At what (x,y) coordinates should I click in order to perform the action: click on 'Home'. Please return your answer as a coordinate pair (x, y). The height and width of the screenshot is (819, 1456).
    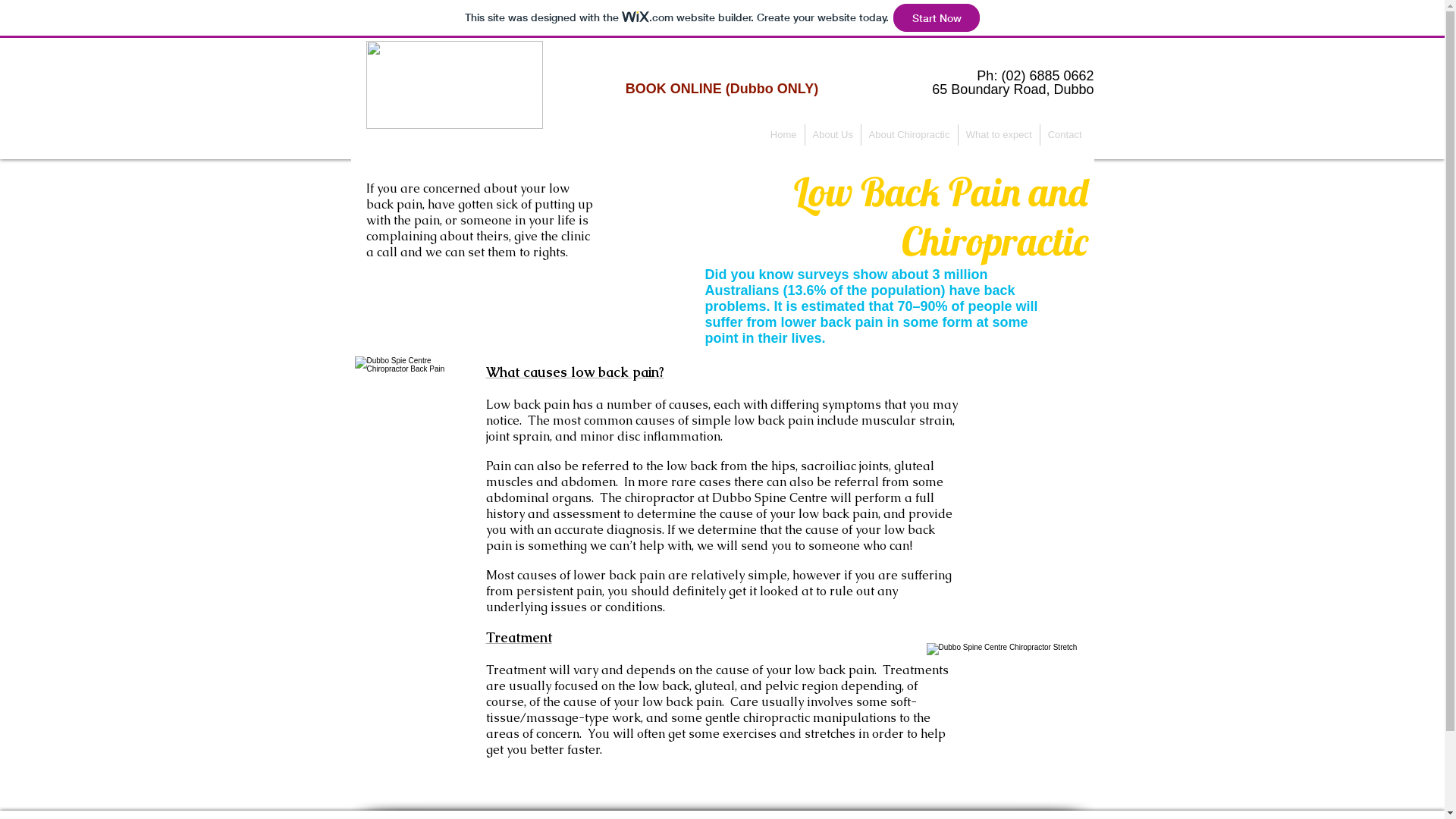
    Looking at the image, I should click on (783, 133).